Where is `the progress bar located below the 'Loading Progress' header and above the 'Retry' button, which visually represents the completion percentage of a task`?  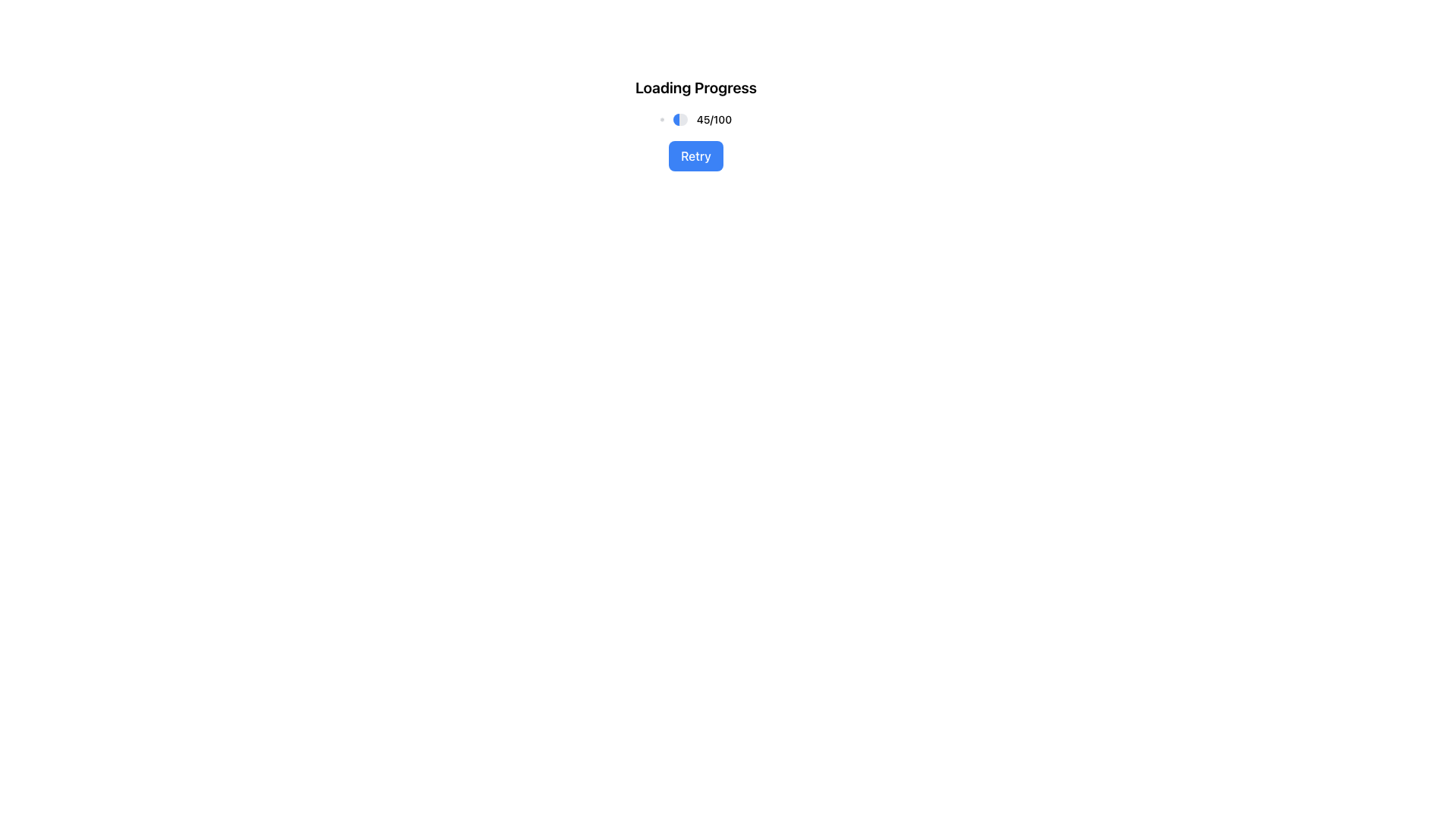 the progress bar located below the 'Loading Progress' header and above the 'Retry' button, which visually represents the completion percentage of a task is located at coordinates (679, 119).